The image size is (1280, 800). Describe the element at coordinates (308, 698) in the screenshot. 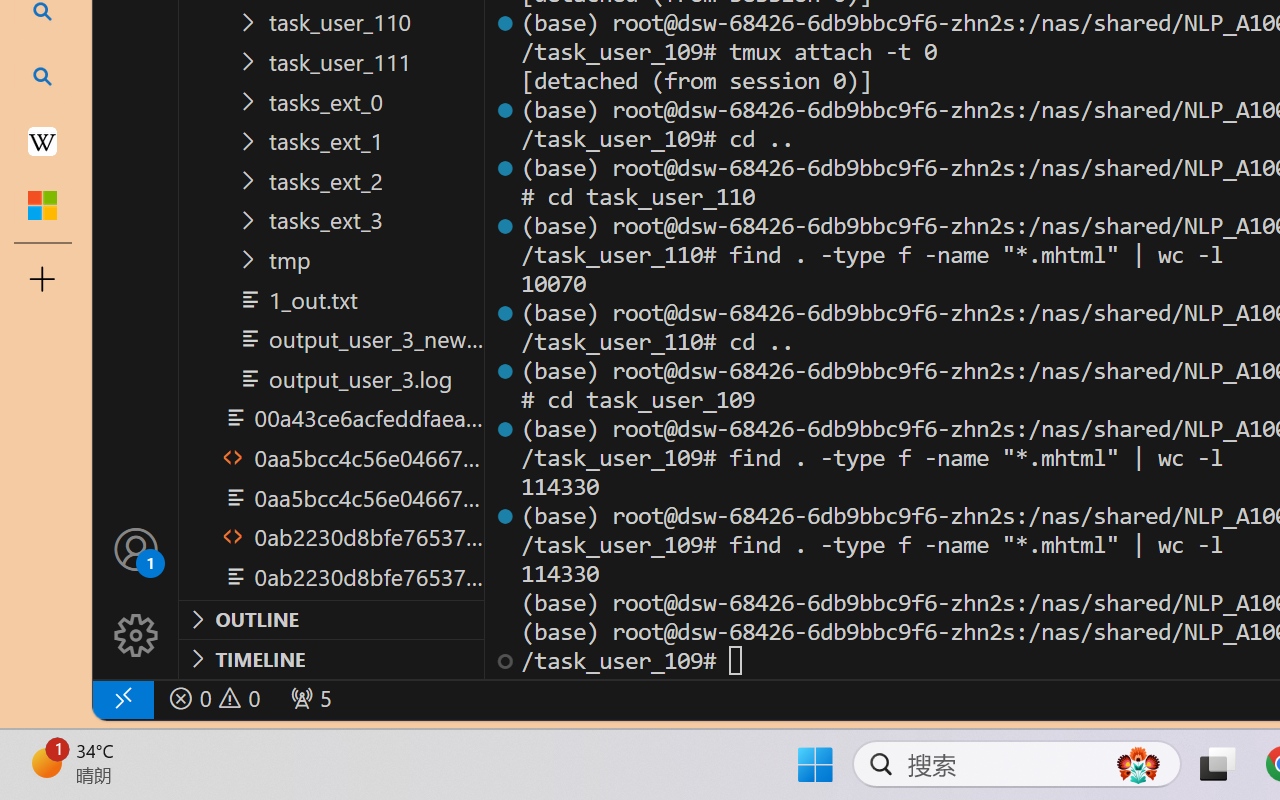

I see `'Forwarded Ports: 36301, 47065, 38781, 45817, 50331'` at that location.